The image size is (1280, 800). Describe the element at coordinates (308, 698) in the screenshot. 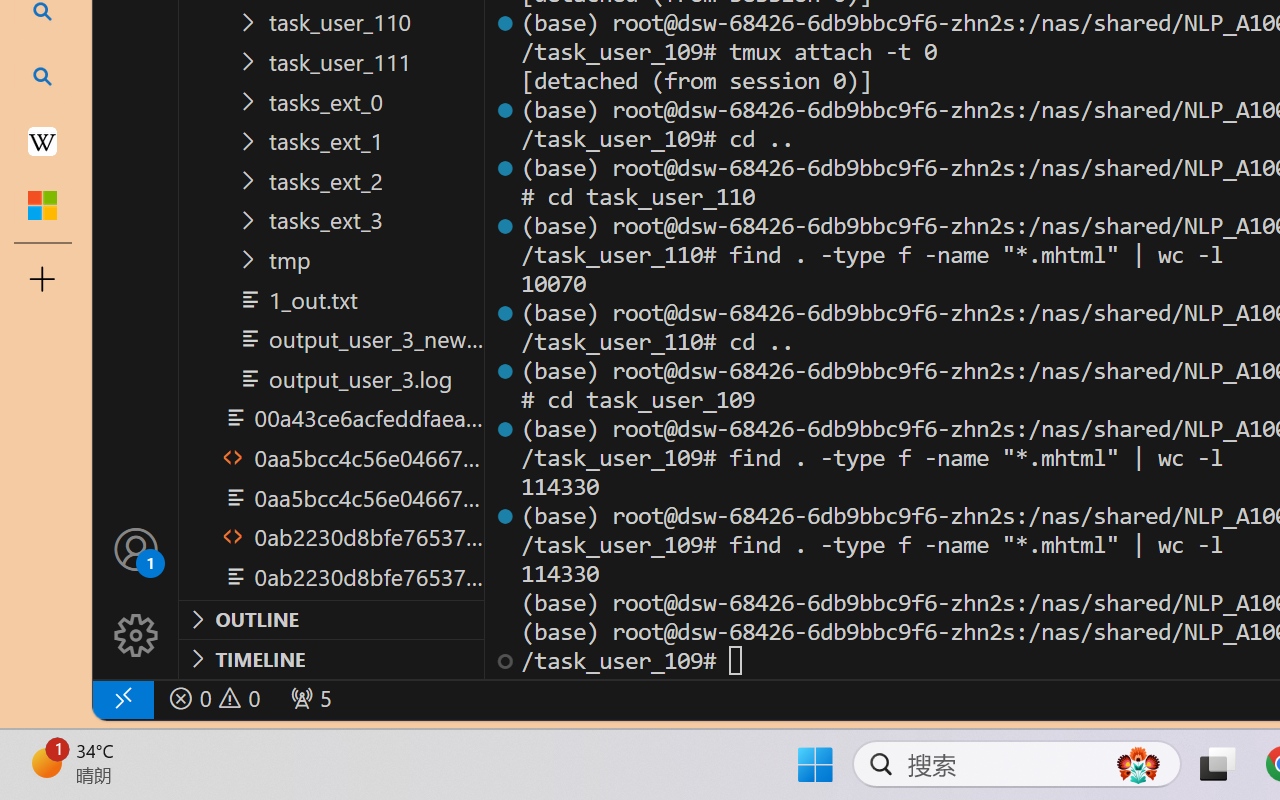

I see `'Forwarded Ports: 36301, 47065, 38781, 45817, 50331'` at that location.